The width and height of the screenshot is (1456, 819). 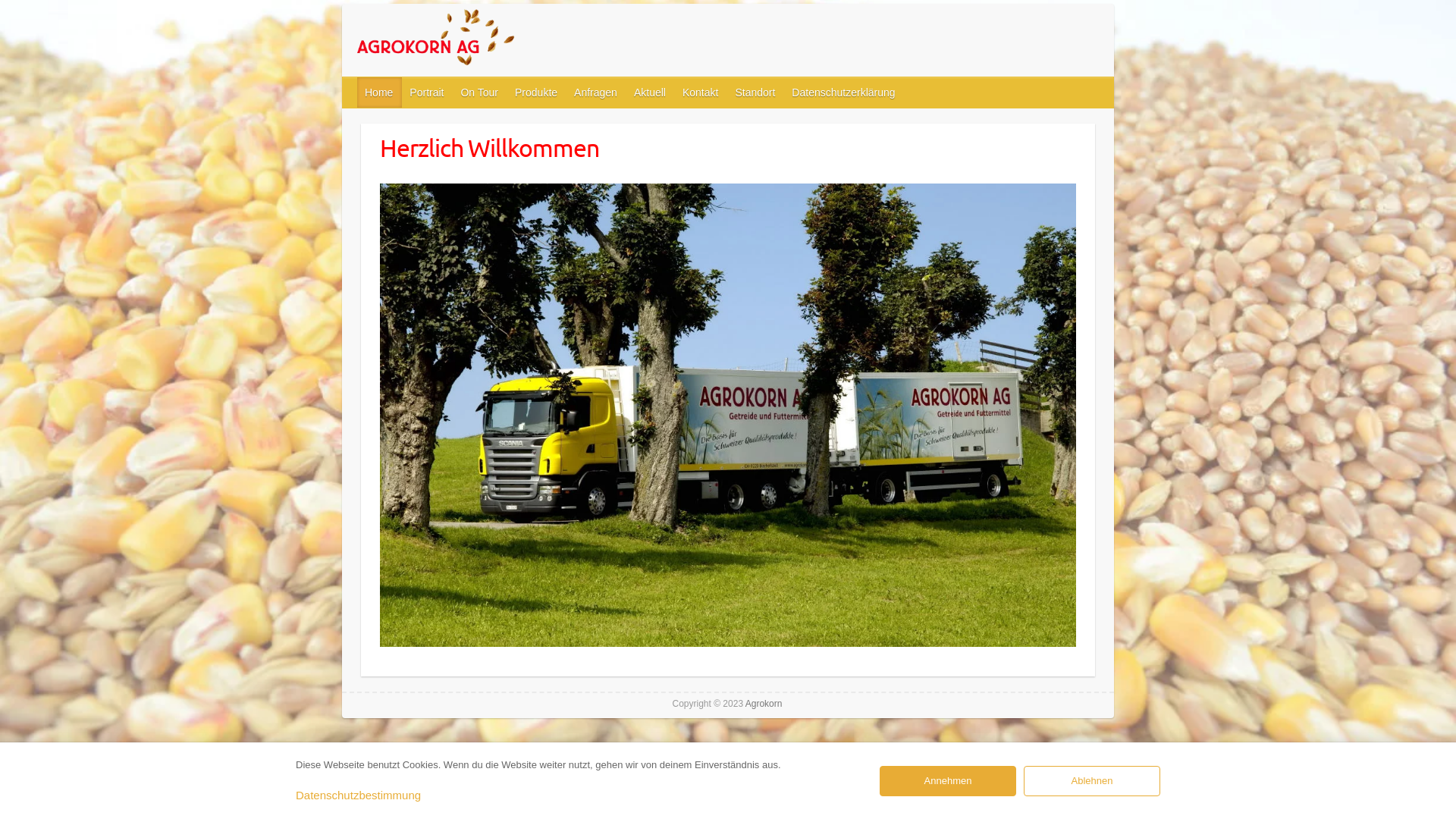 I want to click on 'Portrait', so click(x=426, y=93).